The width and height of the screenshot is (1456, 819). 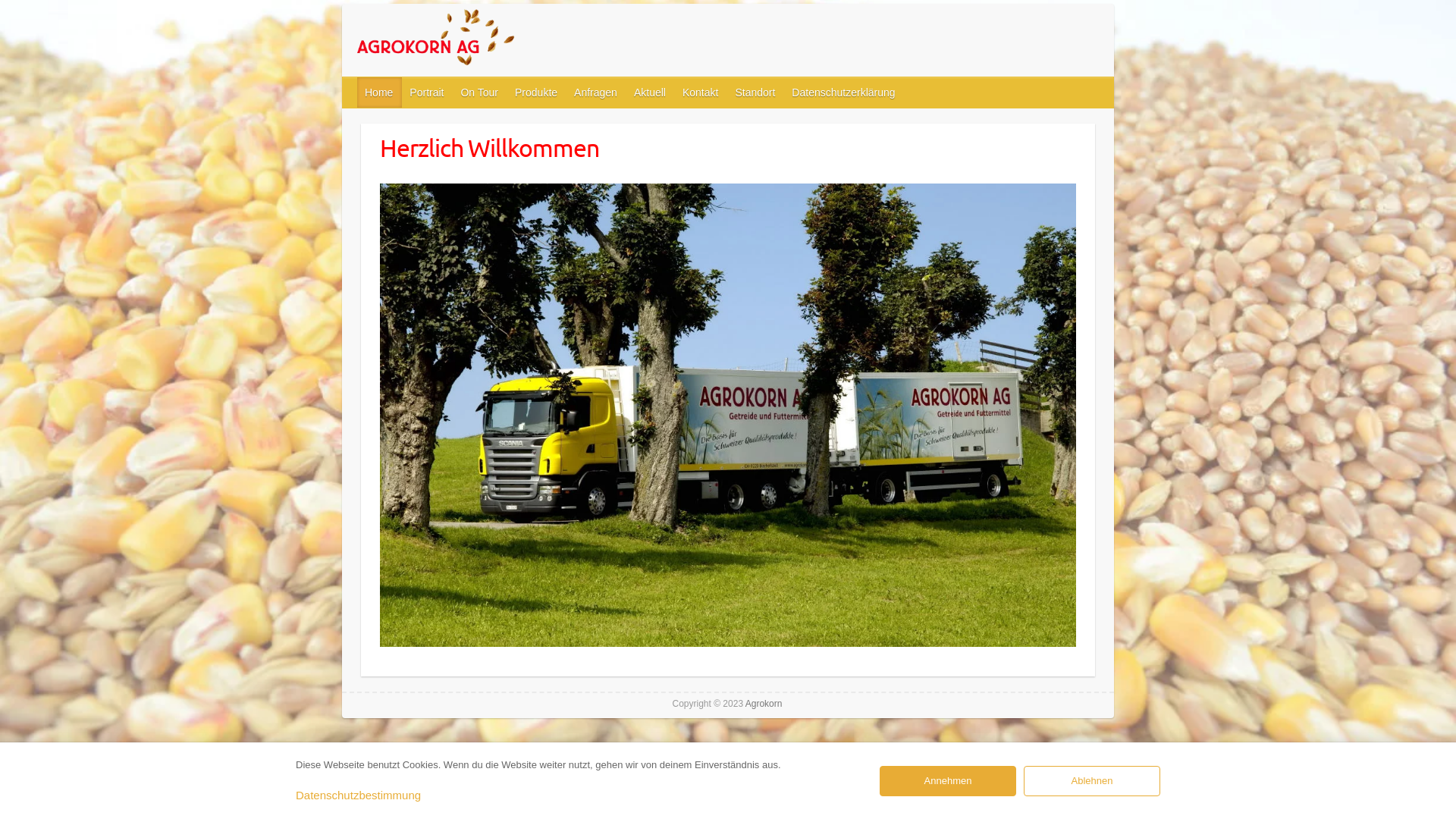 I want to click on 'Portrait', so click(x=426, y=93).